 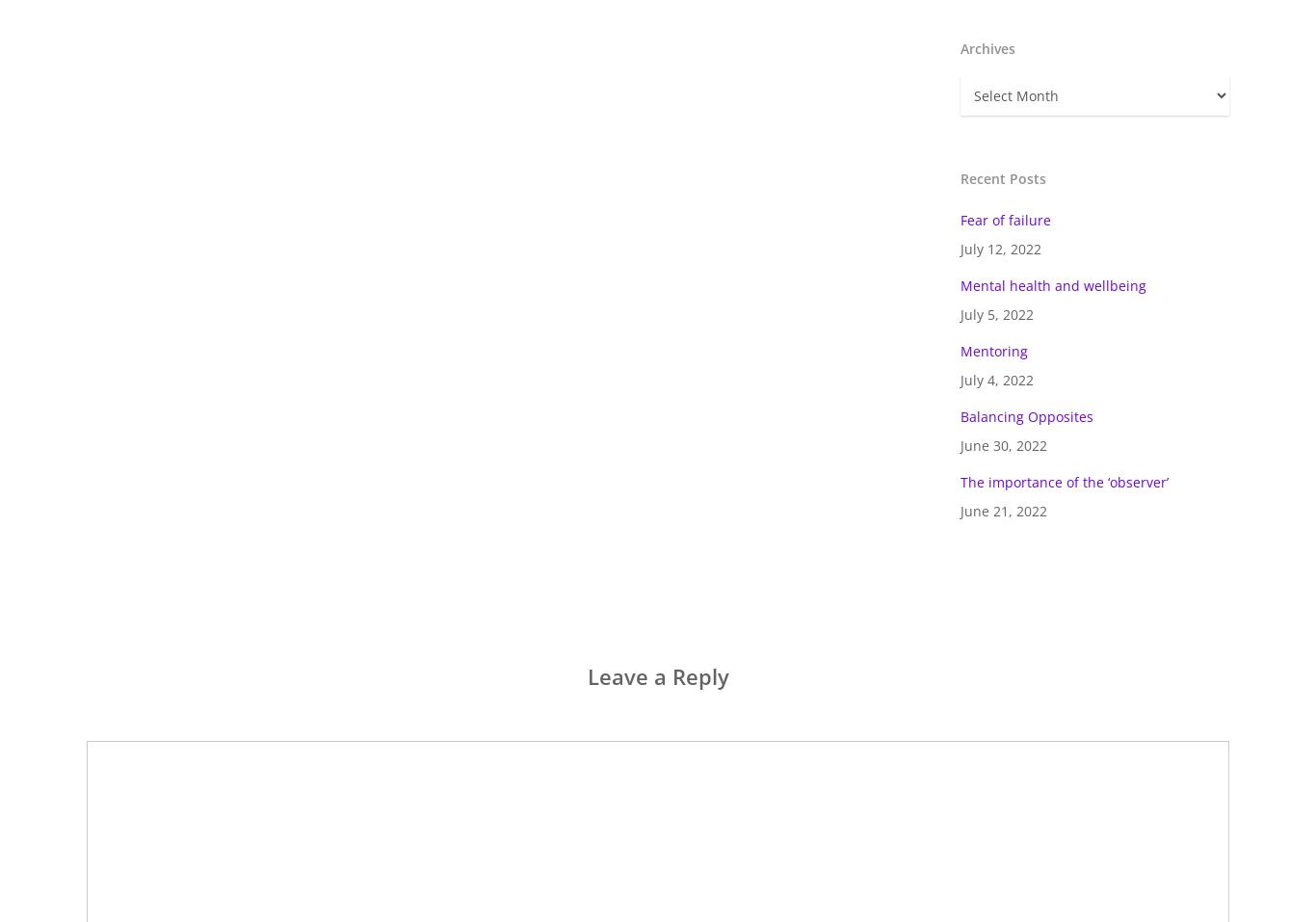 I want to click on 'Leave a Reply', so click(x=585, y=675).